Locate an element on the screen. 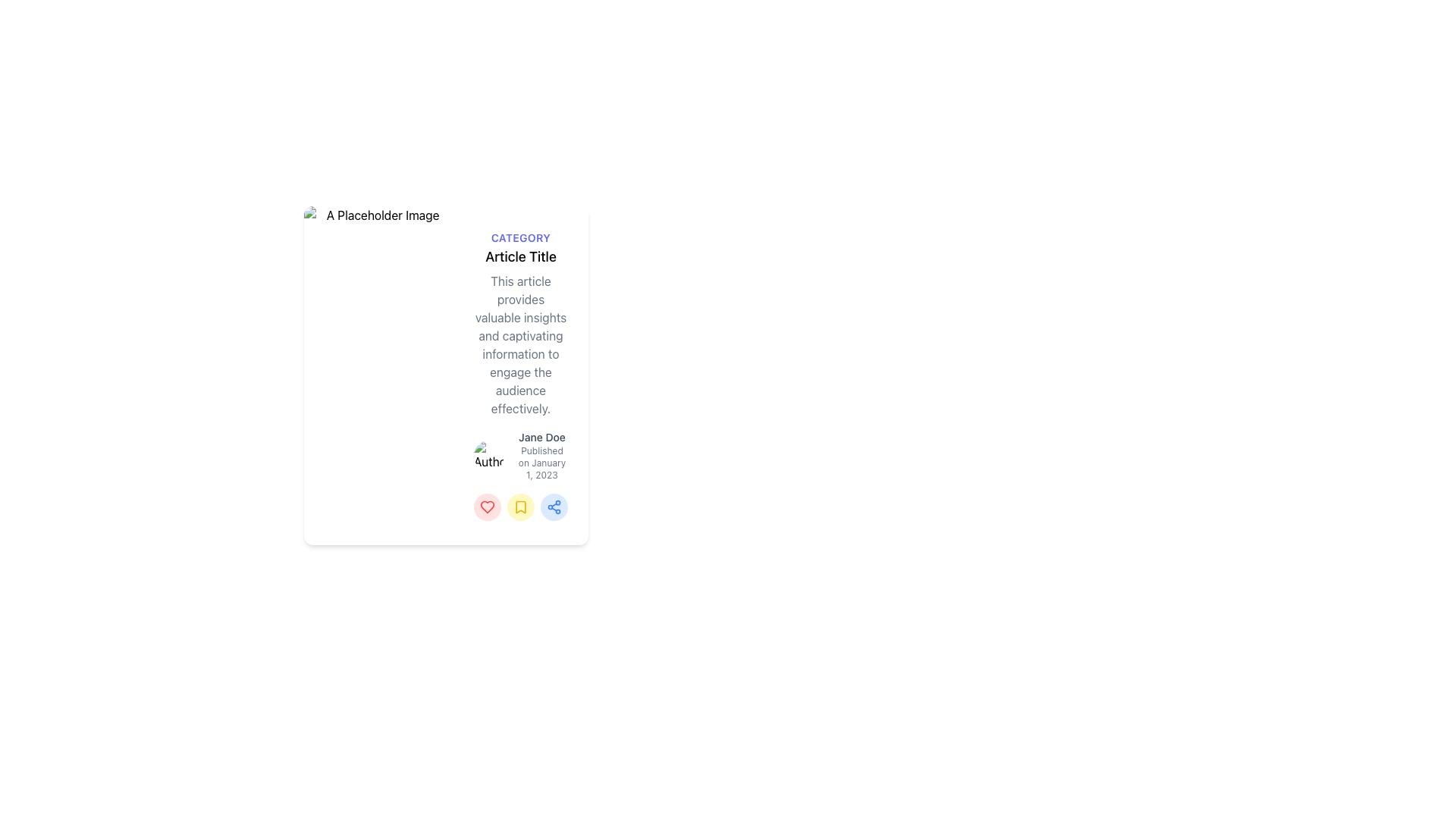 The height and width of the screenshot is (819, 1456). the text link located directly below the 'Category' label and above the article description is located at coordinates (520, 256).